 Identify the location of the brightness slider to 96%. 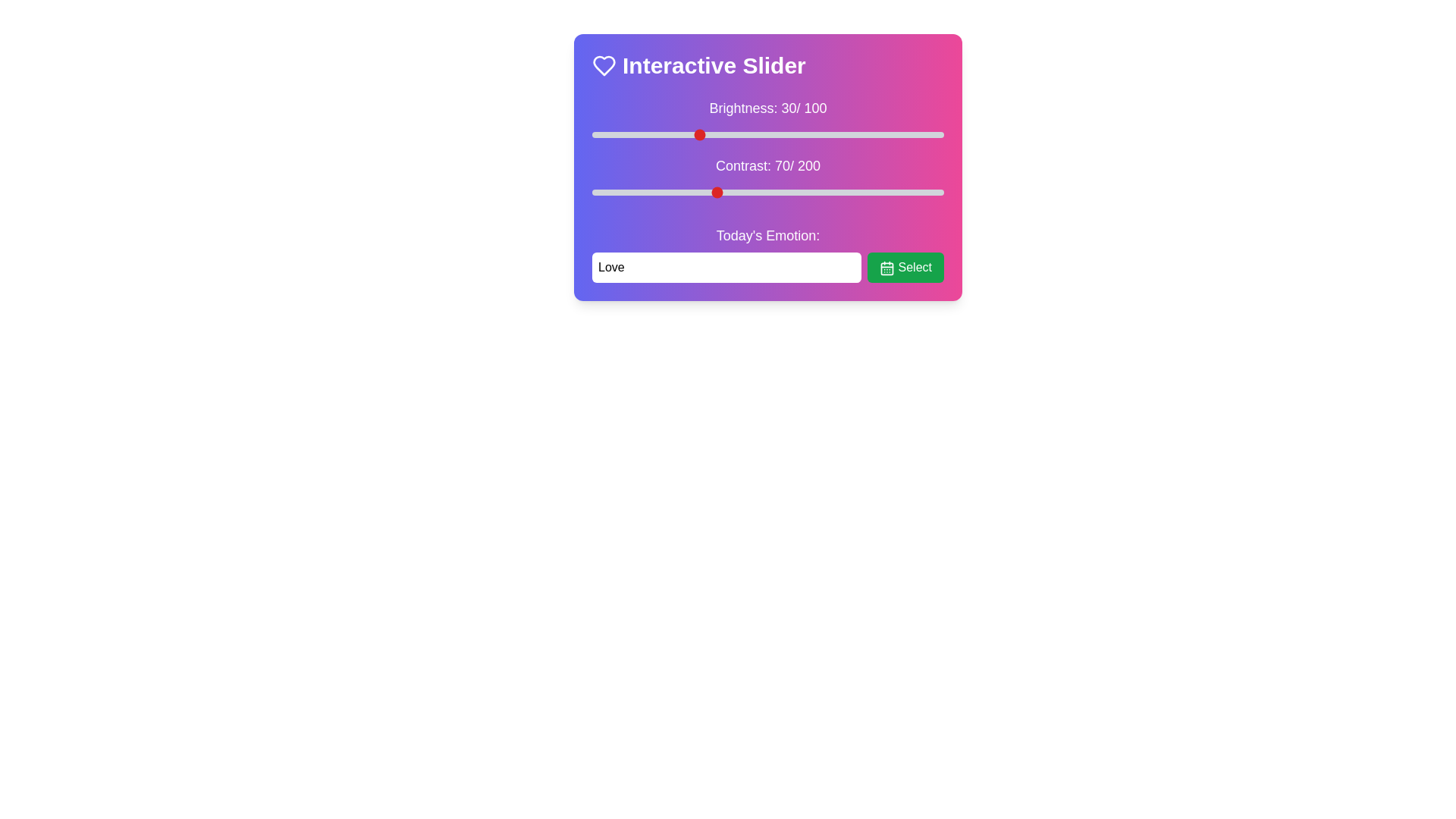
(929, 133).